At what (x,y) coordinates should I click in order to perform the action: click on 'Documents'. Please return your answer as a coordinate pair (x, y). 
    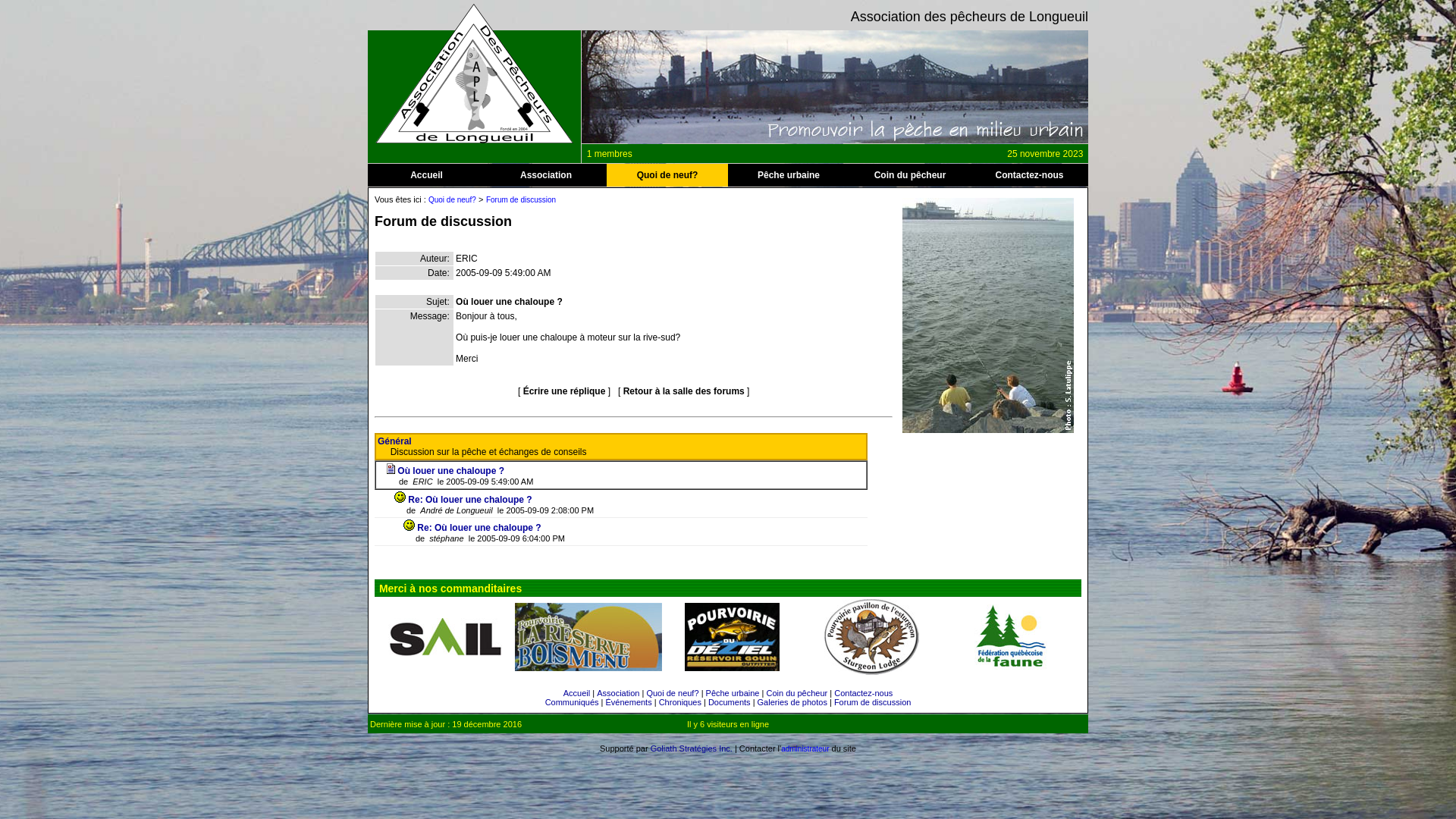
    Looking at the image, I should click on (729, 701).